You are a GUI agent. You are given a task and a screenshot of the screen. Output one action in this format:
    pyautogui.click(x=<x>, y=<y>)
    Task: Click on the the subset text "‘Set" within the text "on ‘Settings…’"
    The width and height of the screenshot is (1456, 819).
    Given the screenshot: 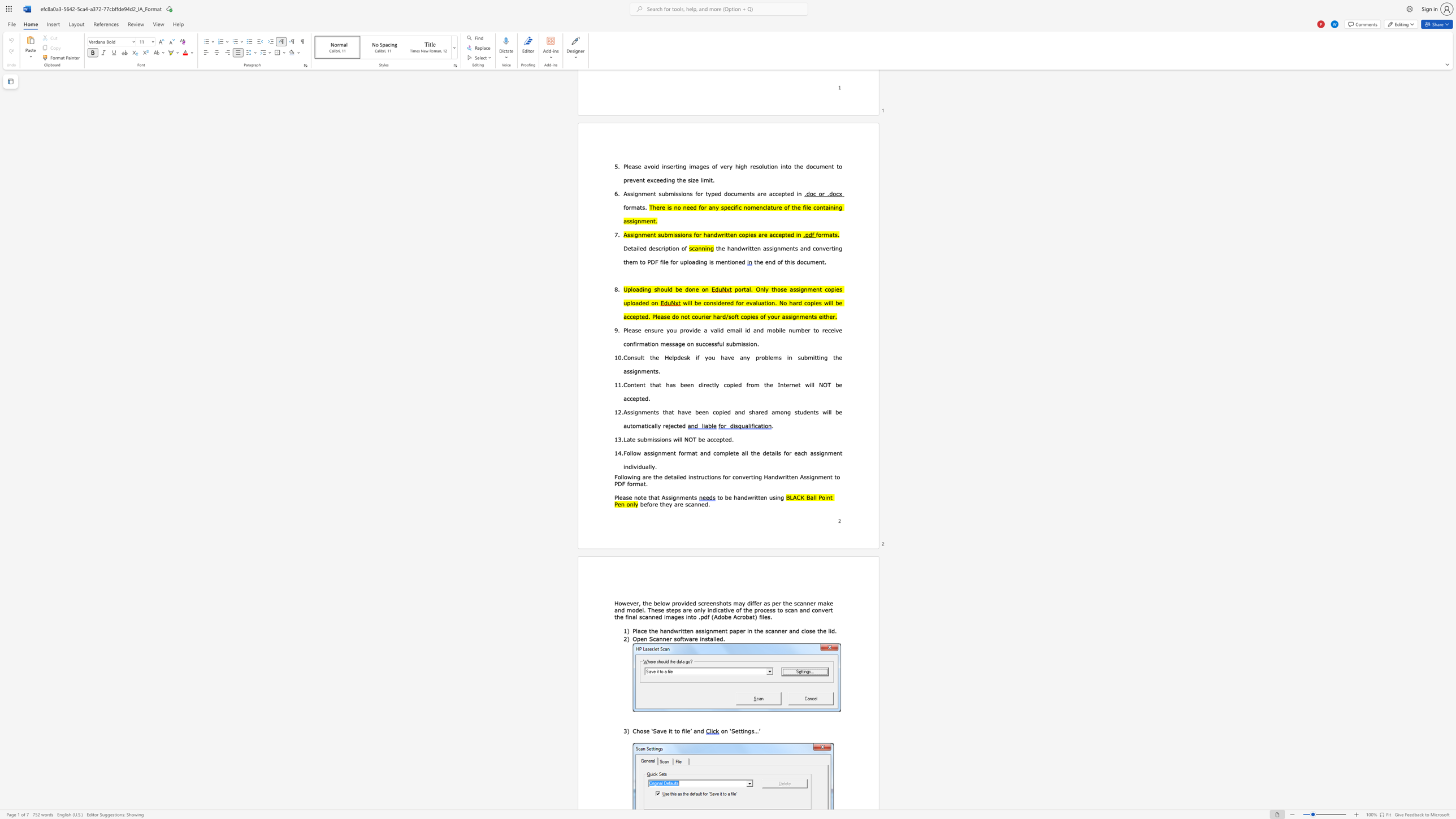 What is the action you would take?
    pyautogui.click(x=730, y=731)
    